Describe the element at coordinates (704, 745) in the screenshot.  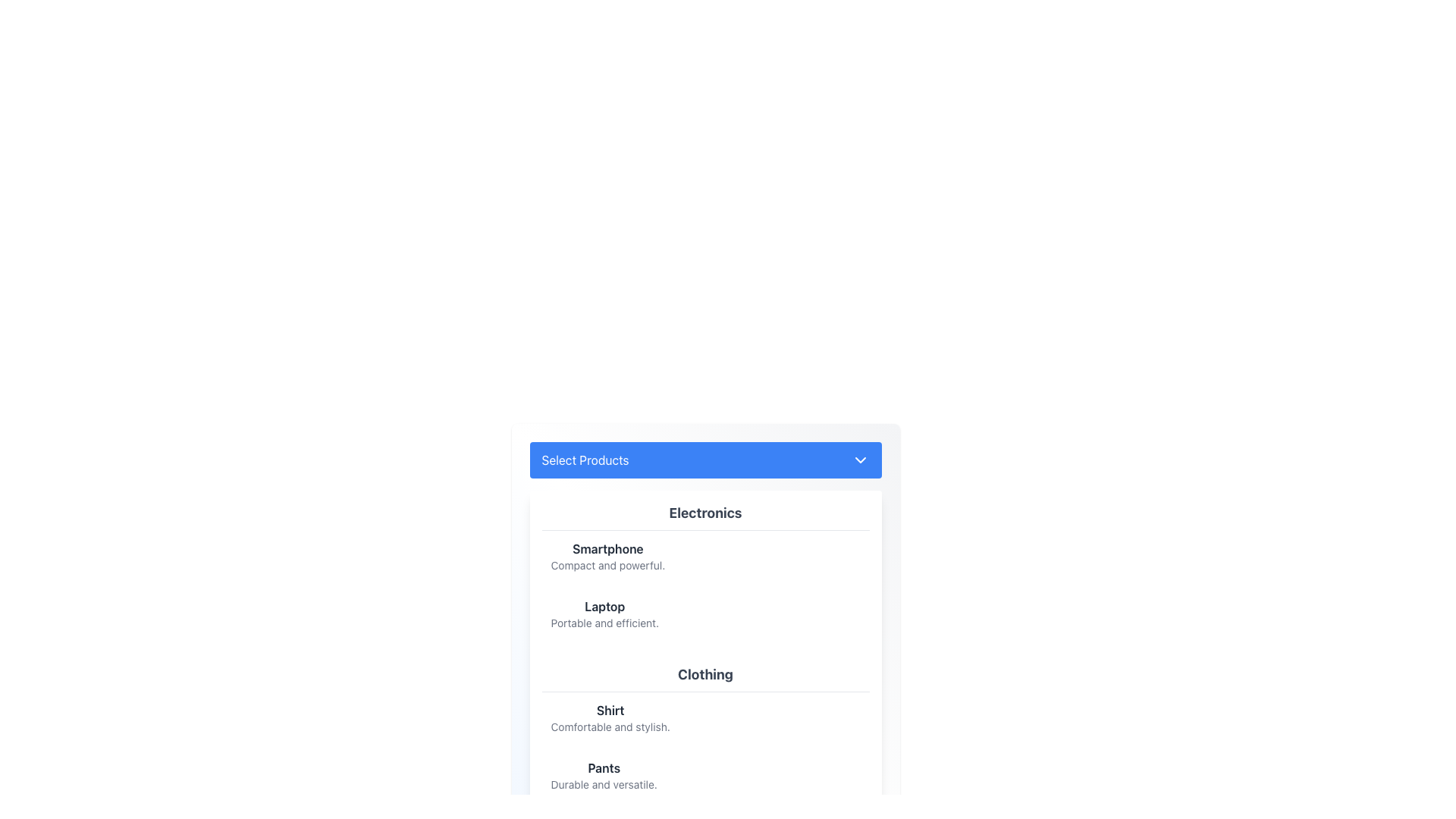
I see `the individual items in the 'Clothing' section list, which includes 'Shirt' and 'Pants'` at that location.